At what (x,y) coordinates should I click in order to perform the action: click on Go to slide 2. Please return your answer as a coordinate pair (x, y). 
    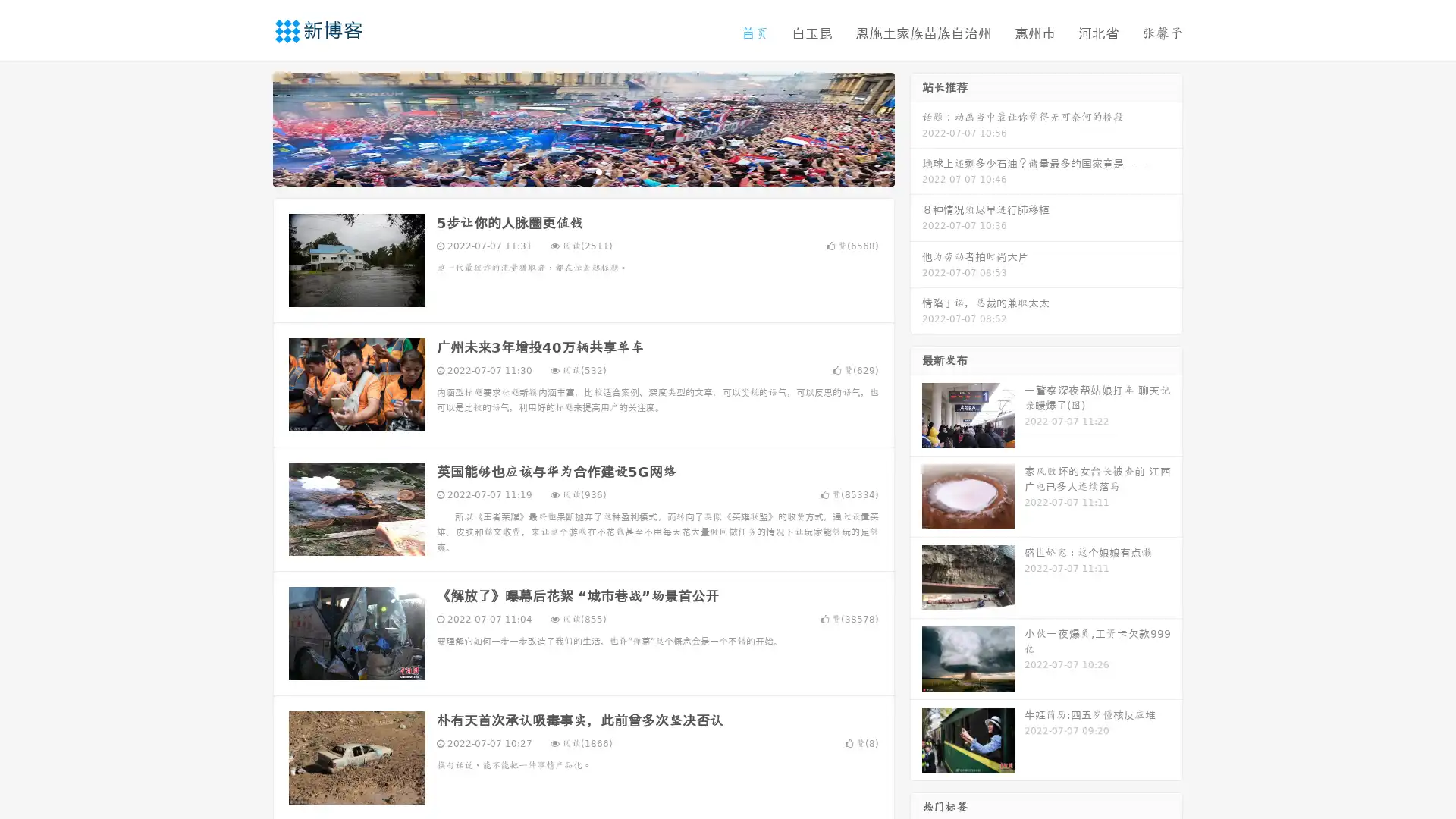
    Looking at the image, I should click on (582, 171).